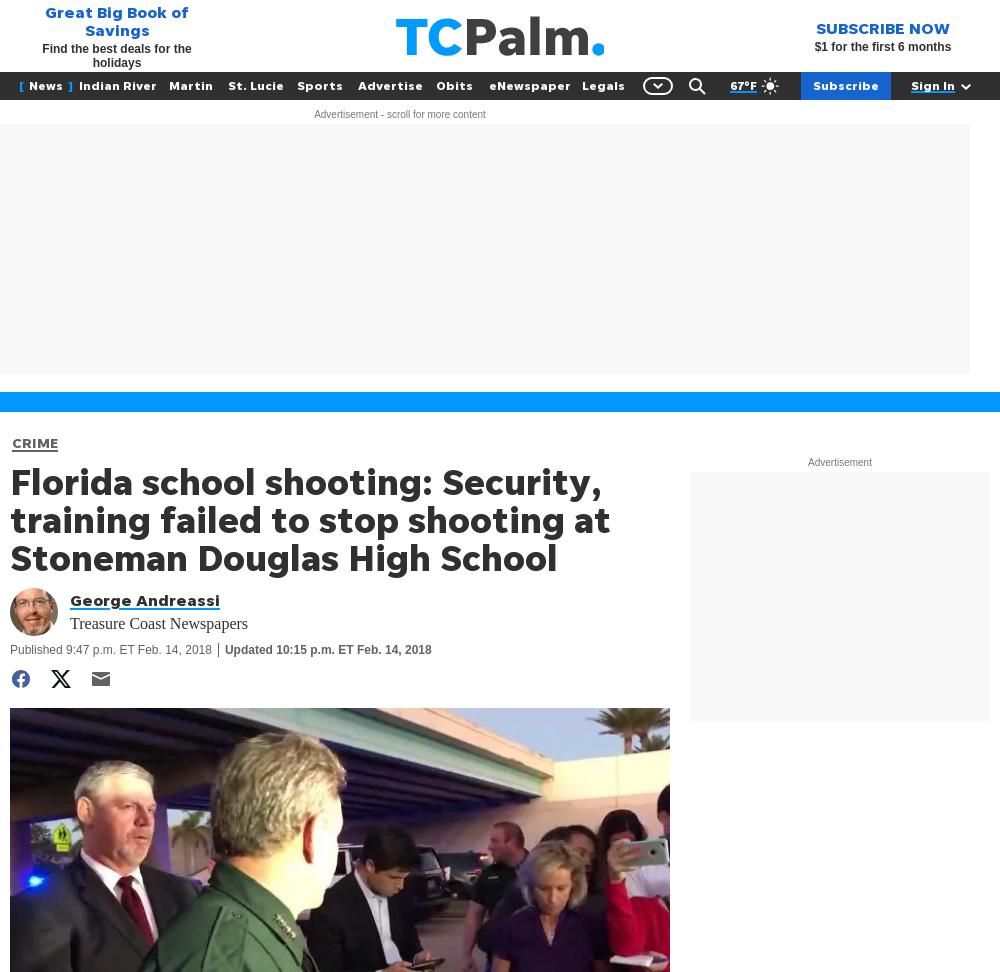 This screenshot has height=972, width=1000. I want to click on 'Legals', so click(601, 84).